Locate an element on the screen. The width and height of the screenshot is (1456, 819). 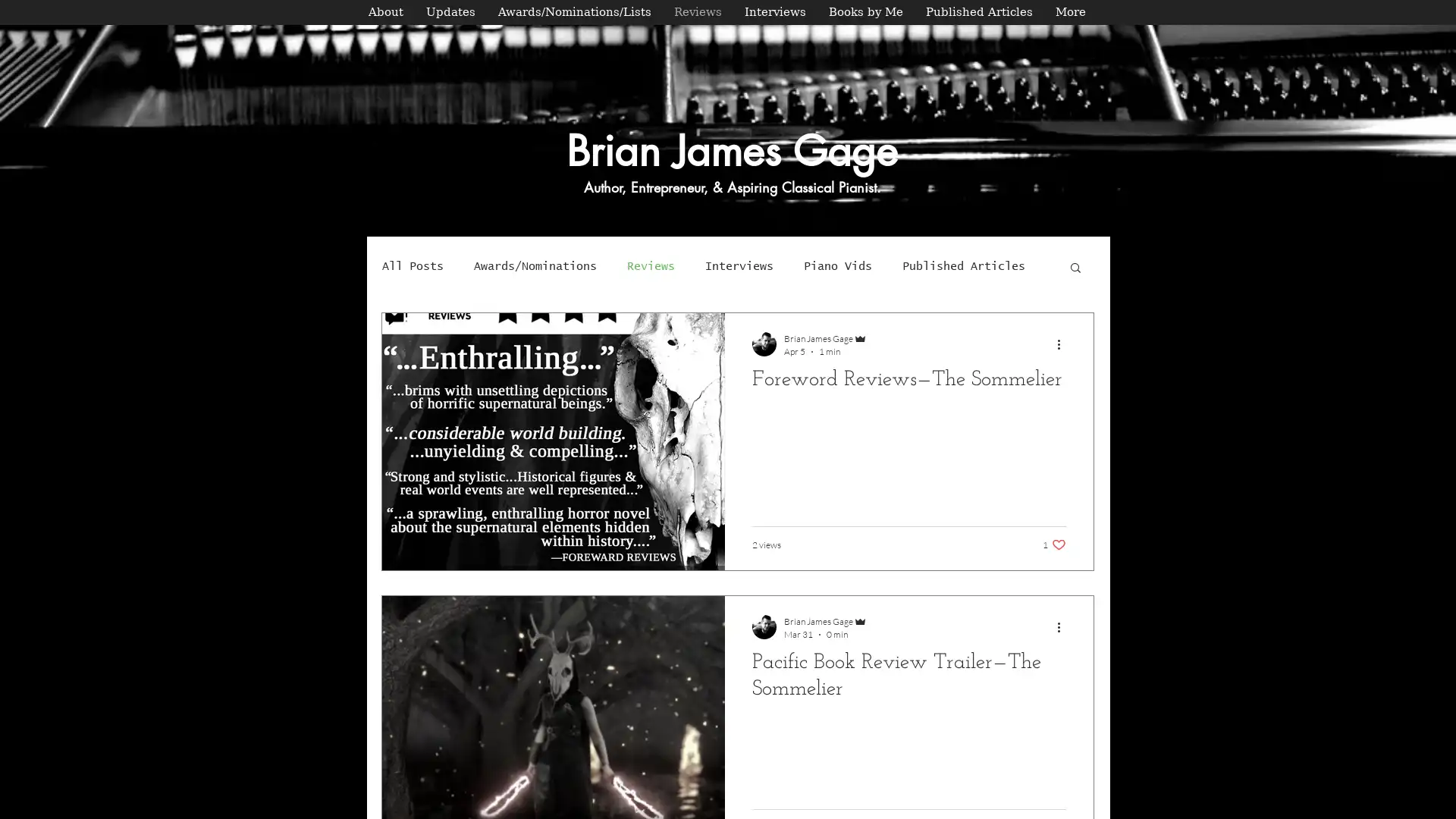
More actions is located at coordinates (1062, 626).